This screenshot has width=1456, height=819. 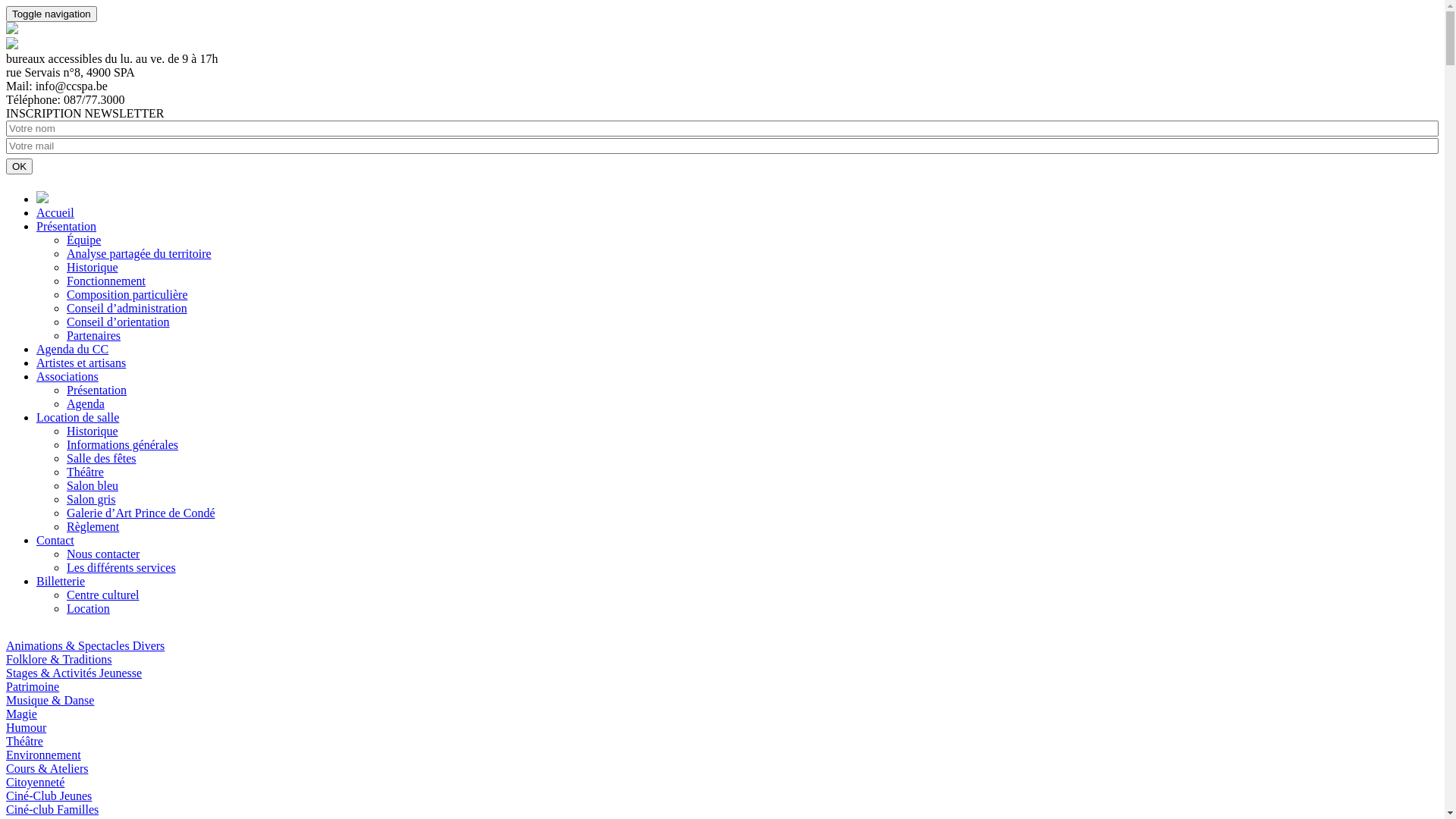 I want to click on 'Artistes et artisans', so click(x=80, y=362).